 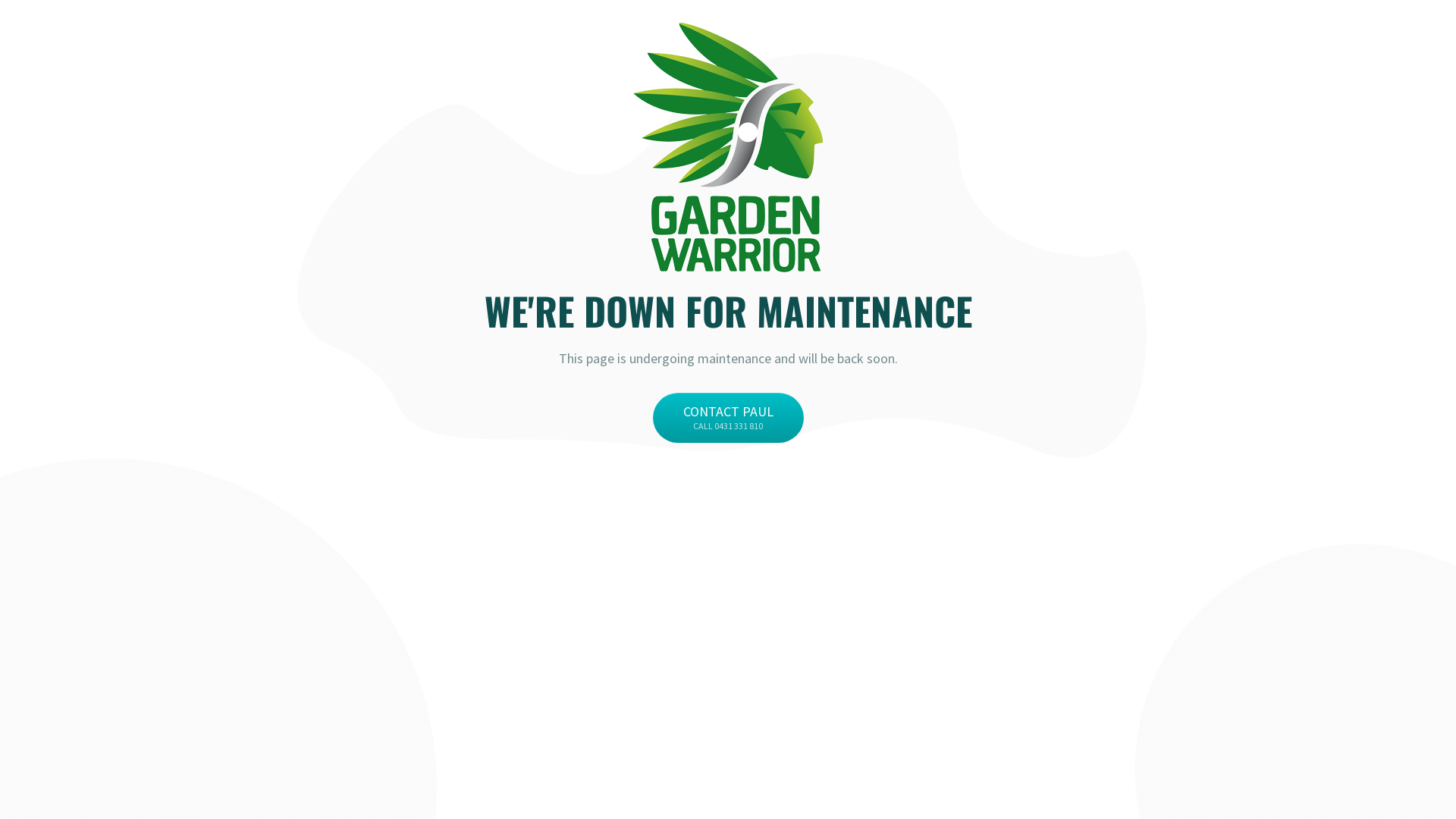 What do you see at coordinates (726, 418) in the screenshot?
I see `'CONTACT PAUL` at bounding box center [726, 418].